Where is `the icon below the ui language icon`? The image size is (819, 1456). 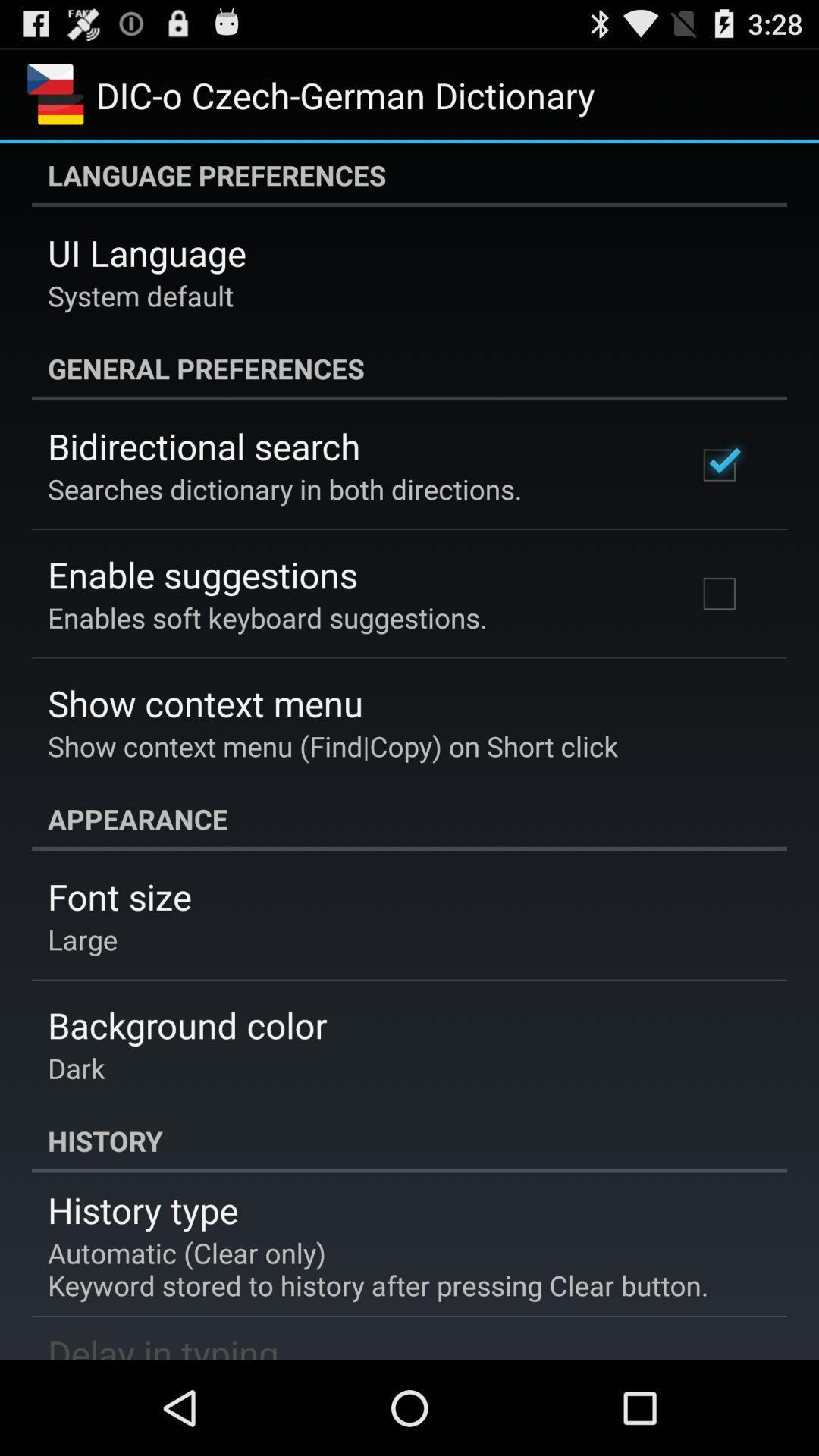 the icon below the ui language icon is located at coordinates (140, 295).